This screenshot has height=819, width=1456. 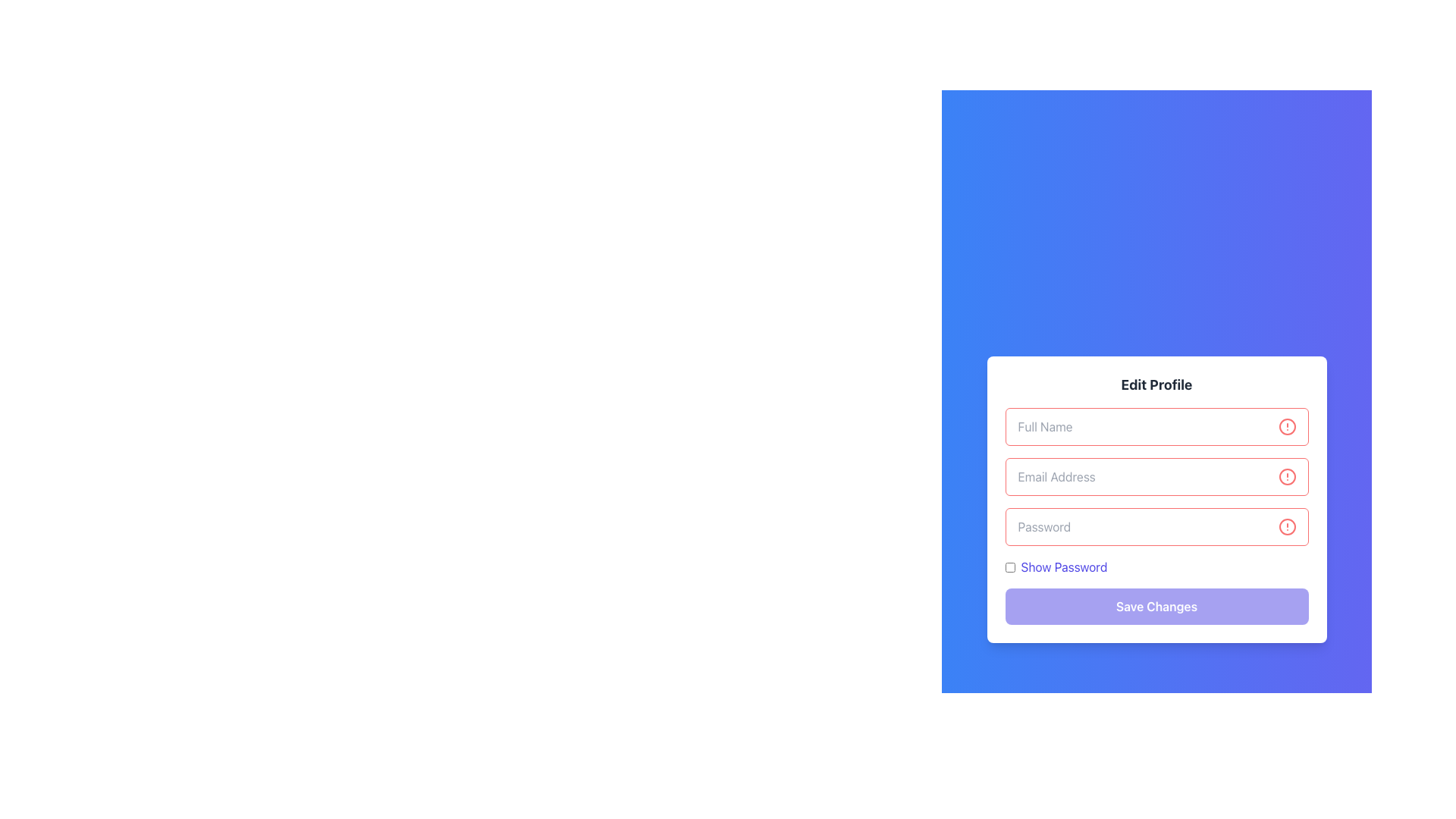 What do you see at coordinates (1286, 475) in the screenshot?
I see `the circular graphical element of the warning icon that indicates an alert for the 'Email Address' field` at bounding box center [1286, 475].